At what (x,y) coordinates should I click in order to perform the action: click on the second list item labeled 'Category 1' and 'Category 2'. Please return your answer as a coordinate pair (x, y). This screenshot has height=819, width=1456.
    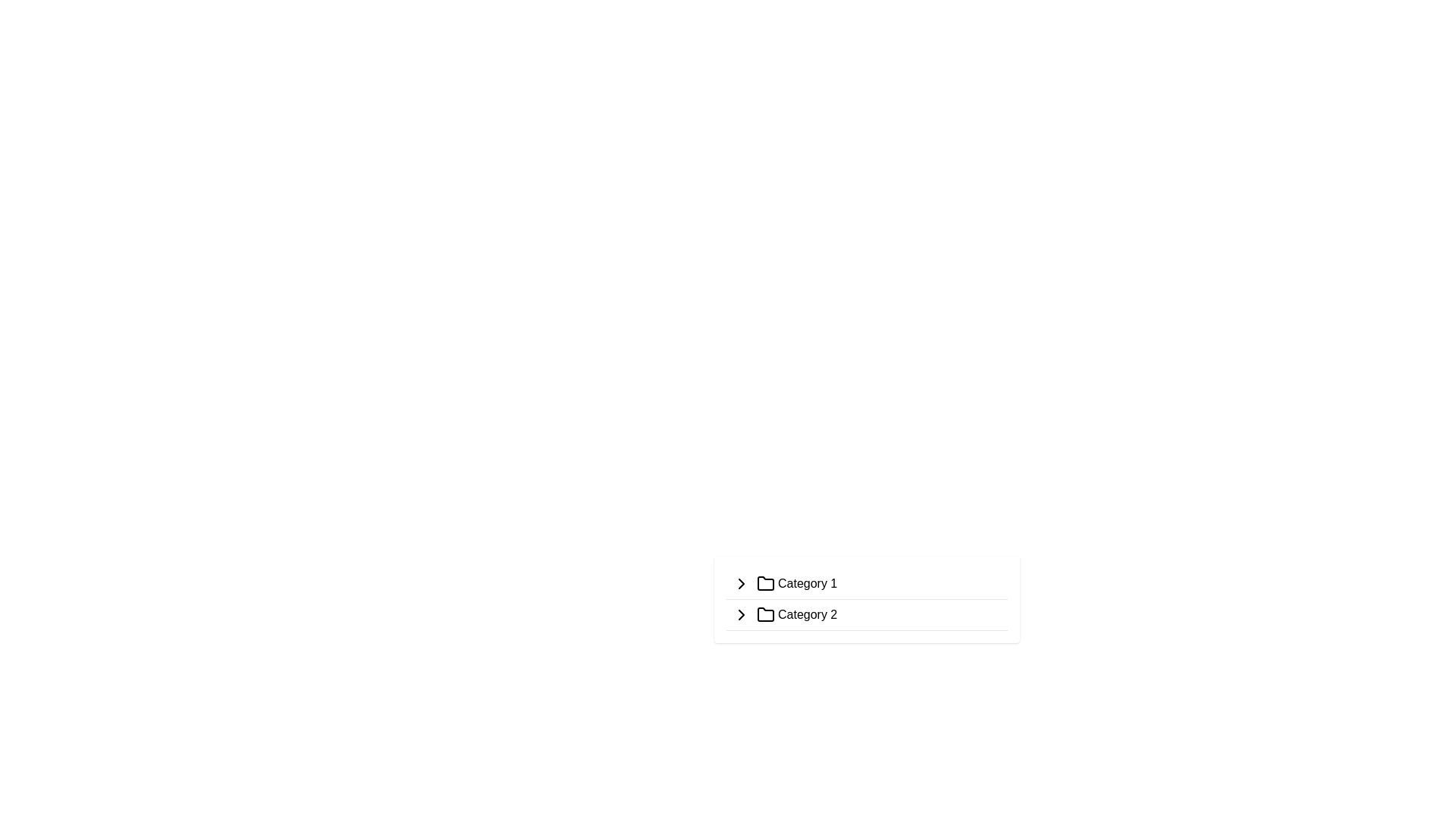
    Looking at the image, I should click on (867, 598).